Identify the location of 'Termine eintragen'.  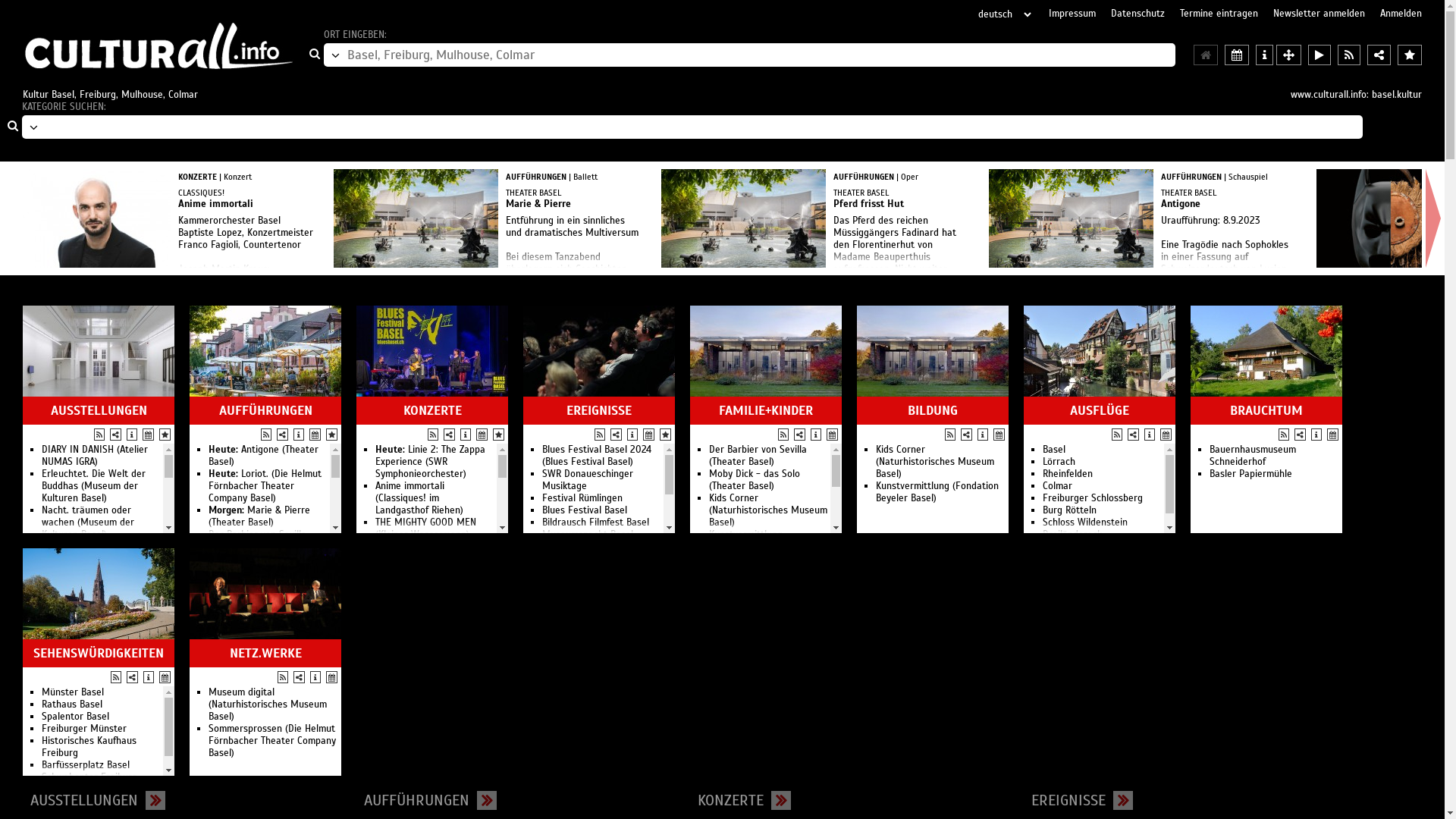
(1219, 14).